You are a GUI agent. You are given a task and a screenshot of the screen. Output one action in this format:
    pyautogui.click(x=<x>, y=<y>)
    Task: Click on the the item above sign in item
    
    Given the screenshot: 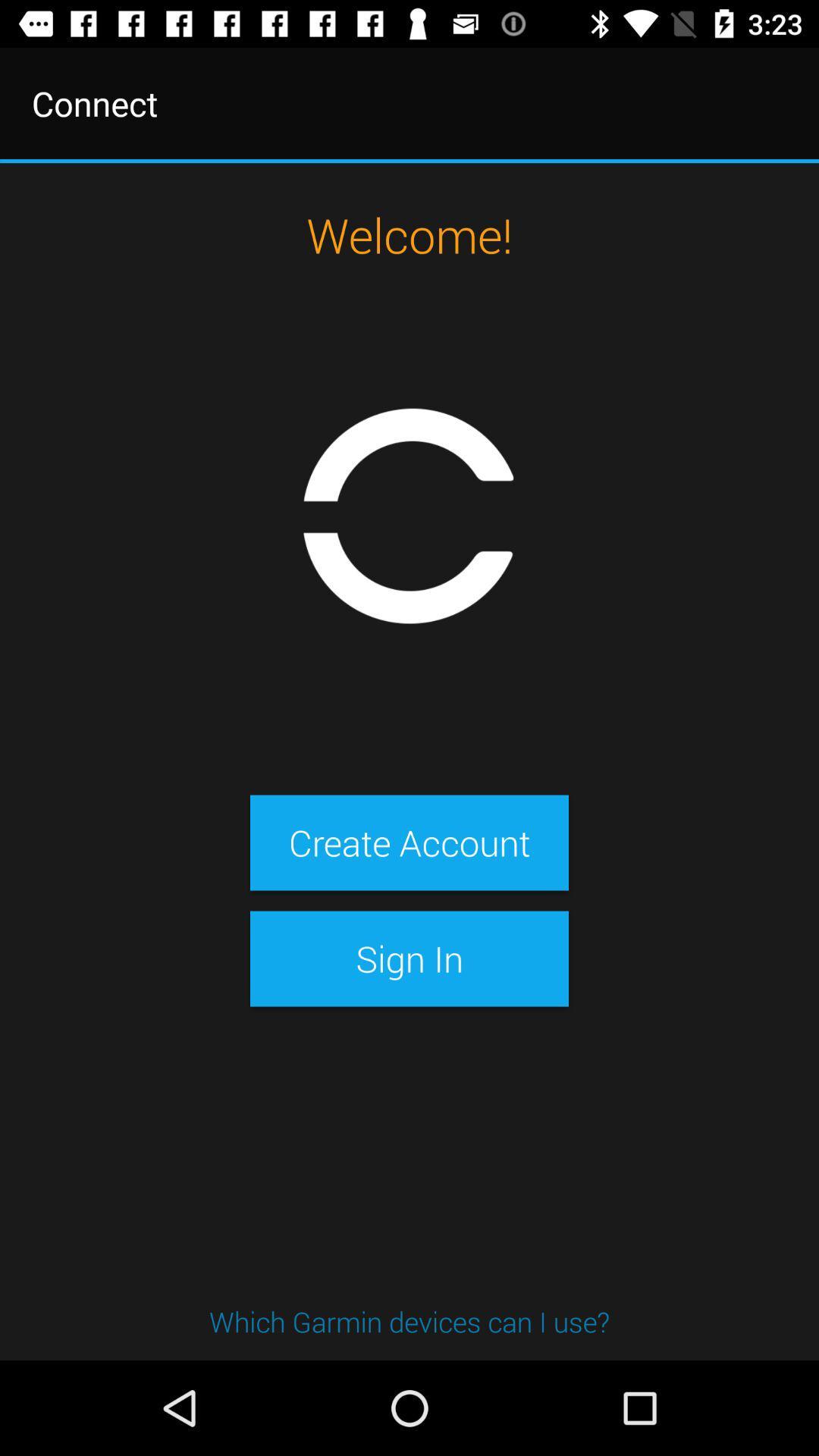 What is the action you would take?
    pyautogui.click(x=409, y=842)
    